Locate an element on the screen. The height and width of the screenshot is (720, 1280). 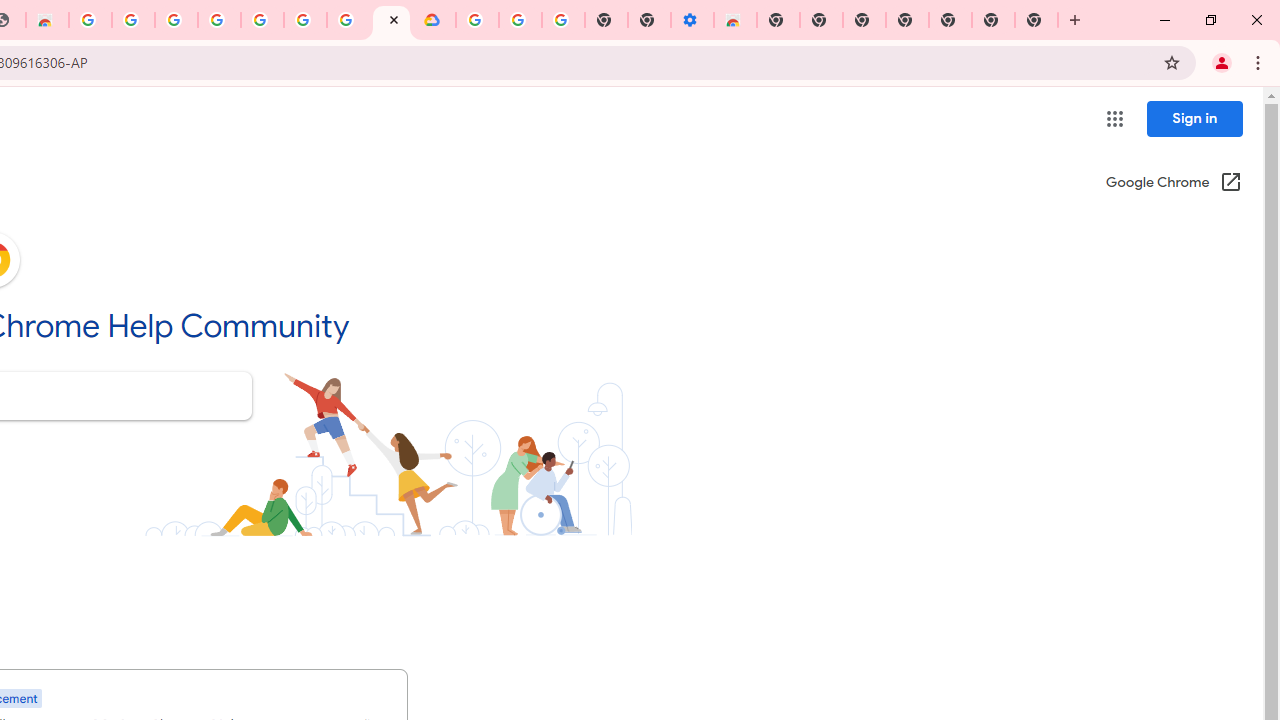
'Chrome Web Store - Household' is located at coordinates (47, 20).